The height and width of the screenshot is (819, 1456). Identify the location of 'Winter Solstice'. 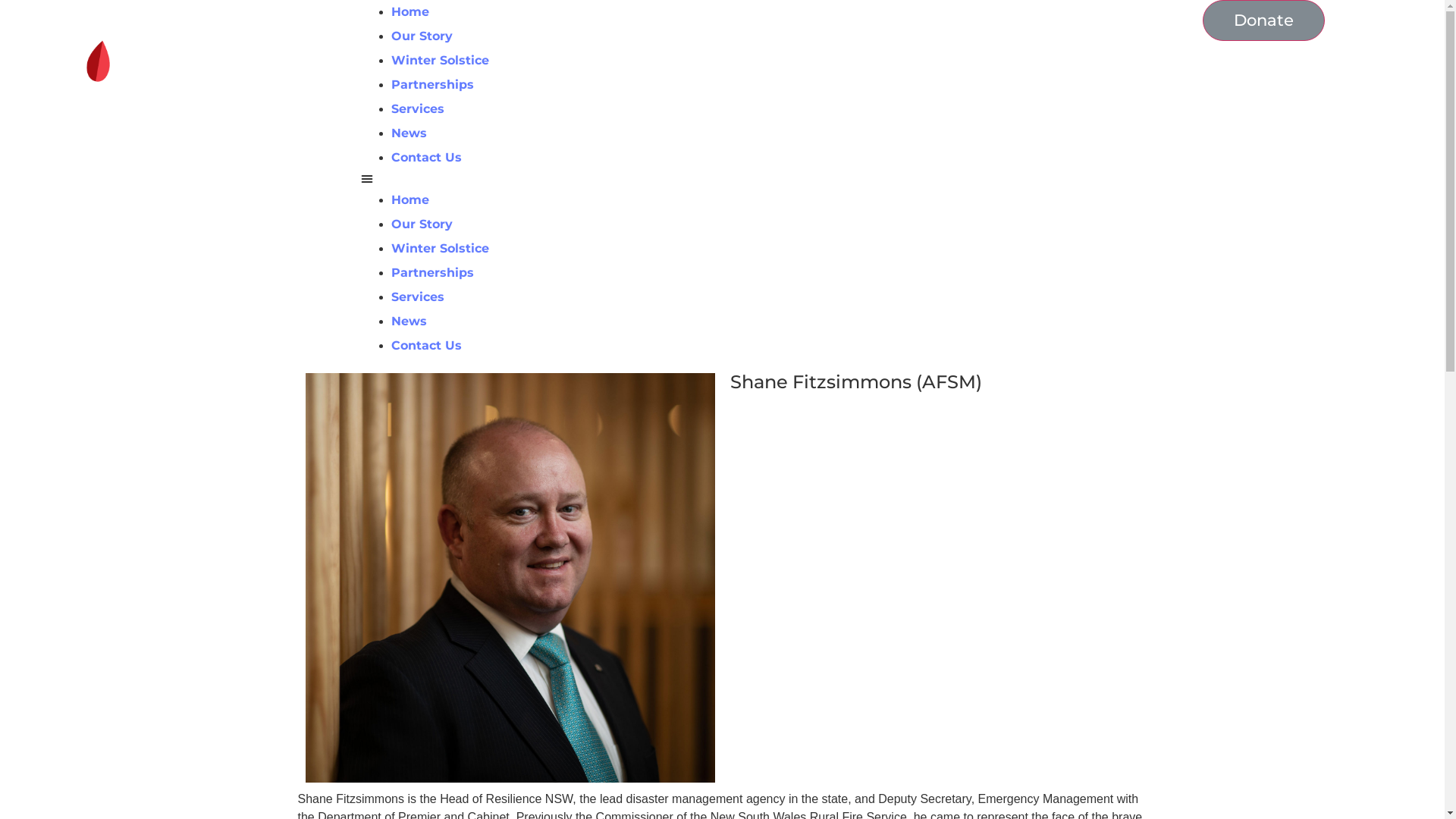
(391, 59).